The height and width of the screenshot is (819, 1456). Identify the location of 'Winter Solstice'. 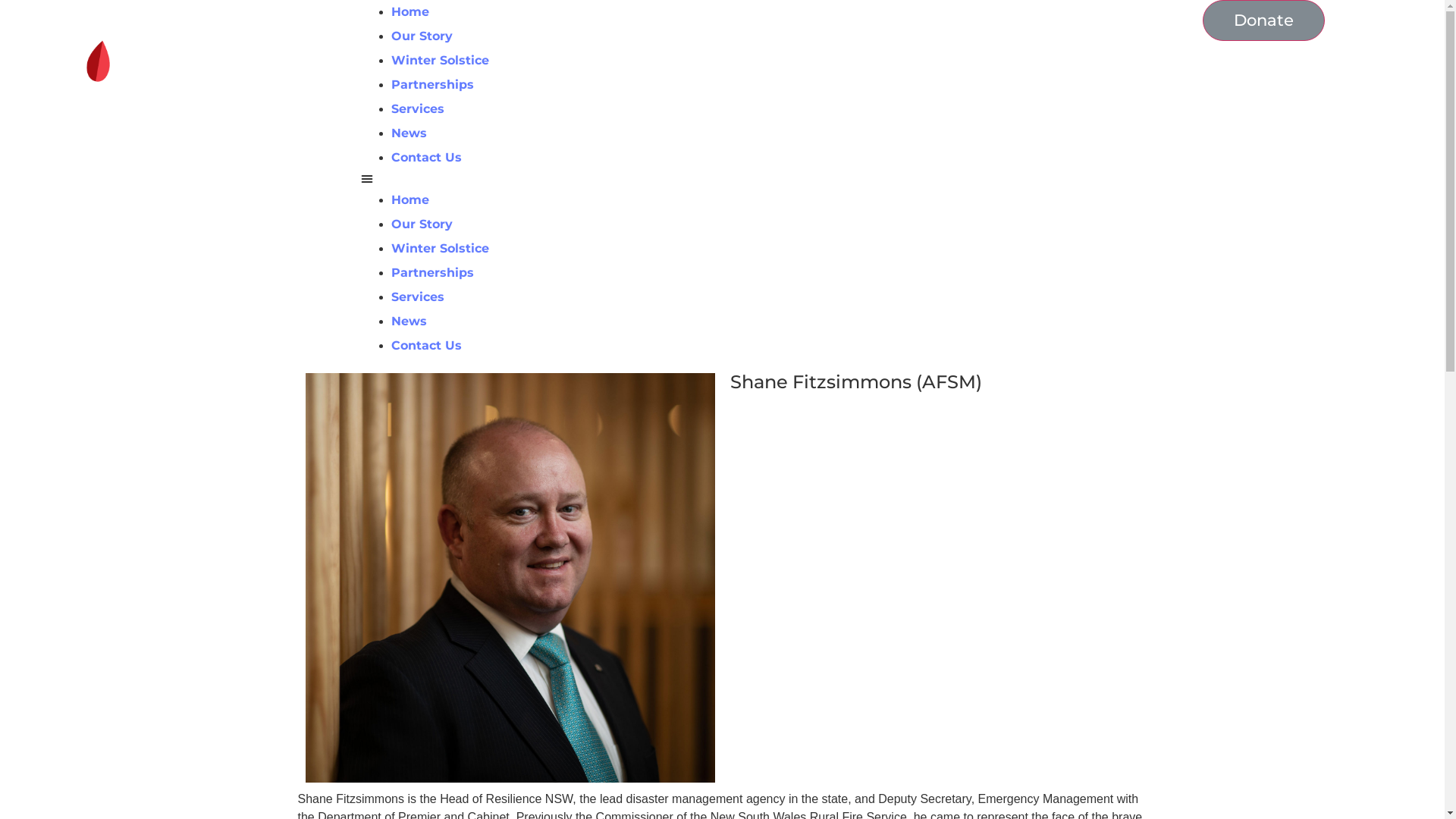
(391, 59).